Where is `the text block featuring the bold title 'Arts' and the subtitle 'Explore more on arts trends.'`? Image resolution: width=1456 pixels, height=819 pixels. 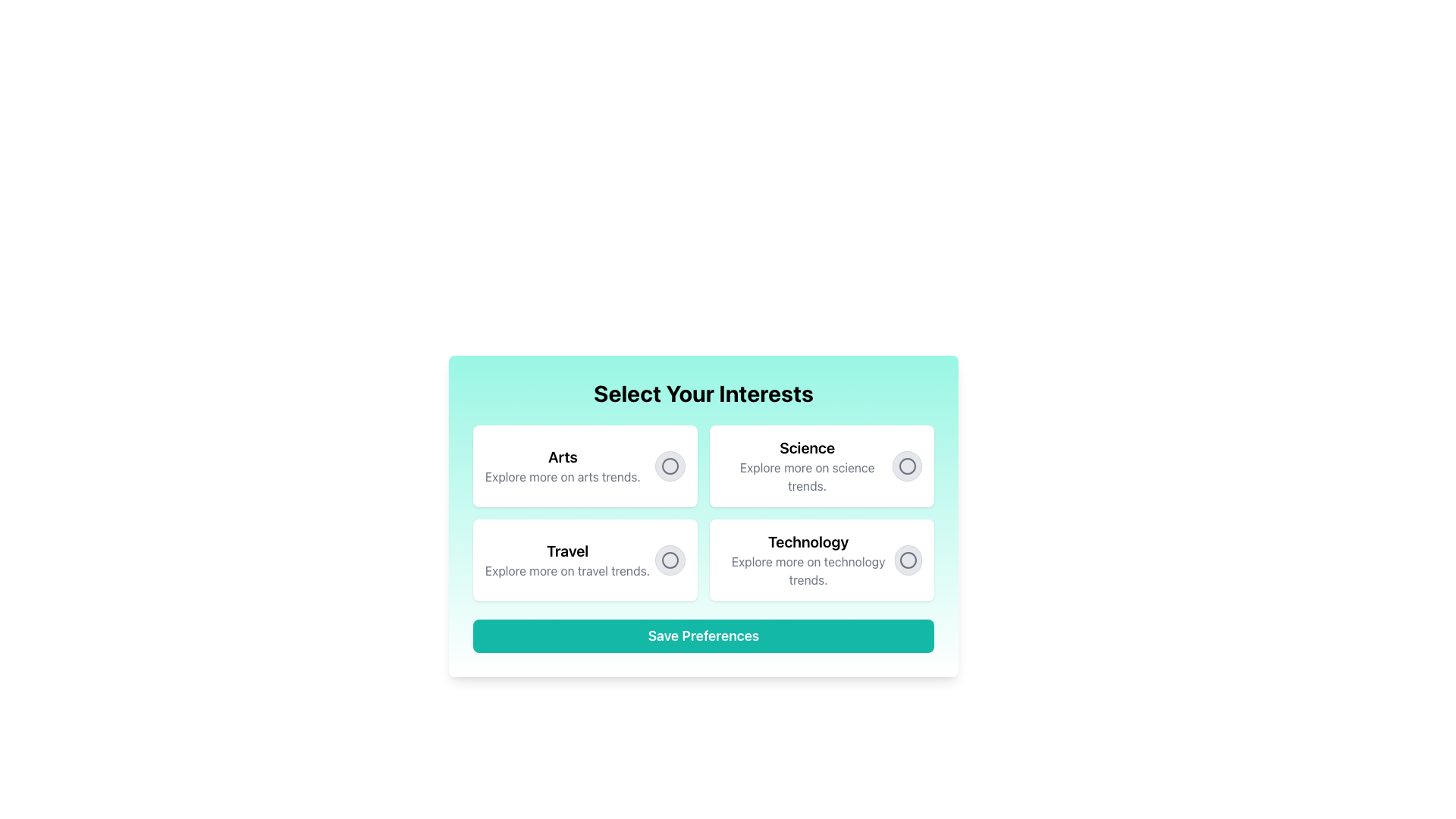 the text block featuring the bold title 'Arts' and the subtitle 'Explore more on arts trends.' is located at coordinates (562, 465).